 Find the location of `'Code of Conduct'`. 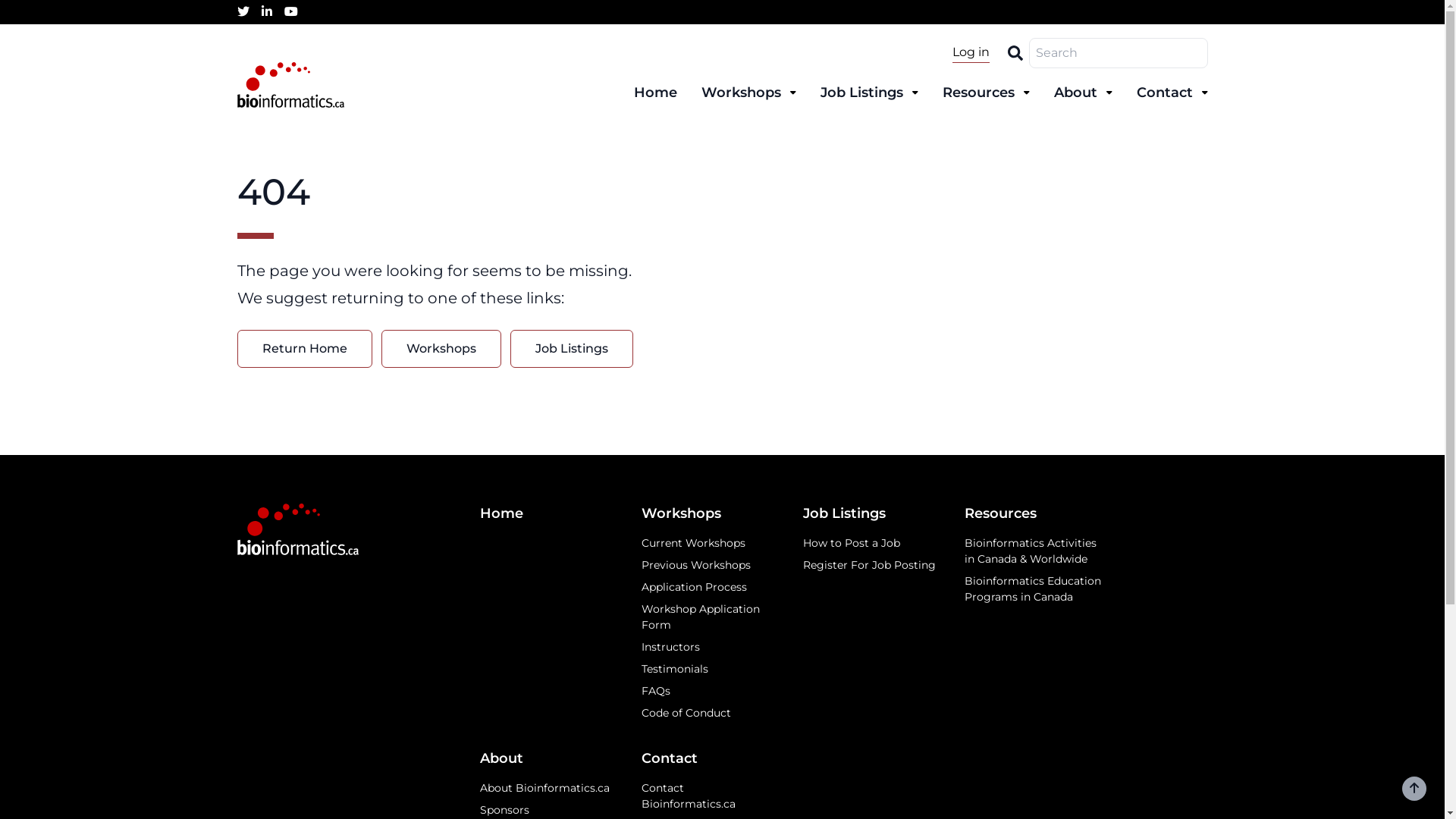

'Code of Conduct' is located at coordinates (710, 713).